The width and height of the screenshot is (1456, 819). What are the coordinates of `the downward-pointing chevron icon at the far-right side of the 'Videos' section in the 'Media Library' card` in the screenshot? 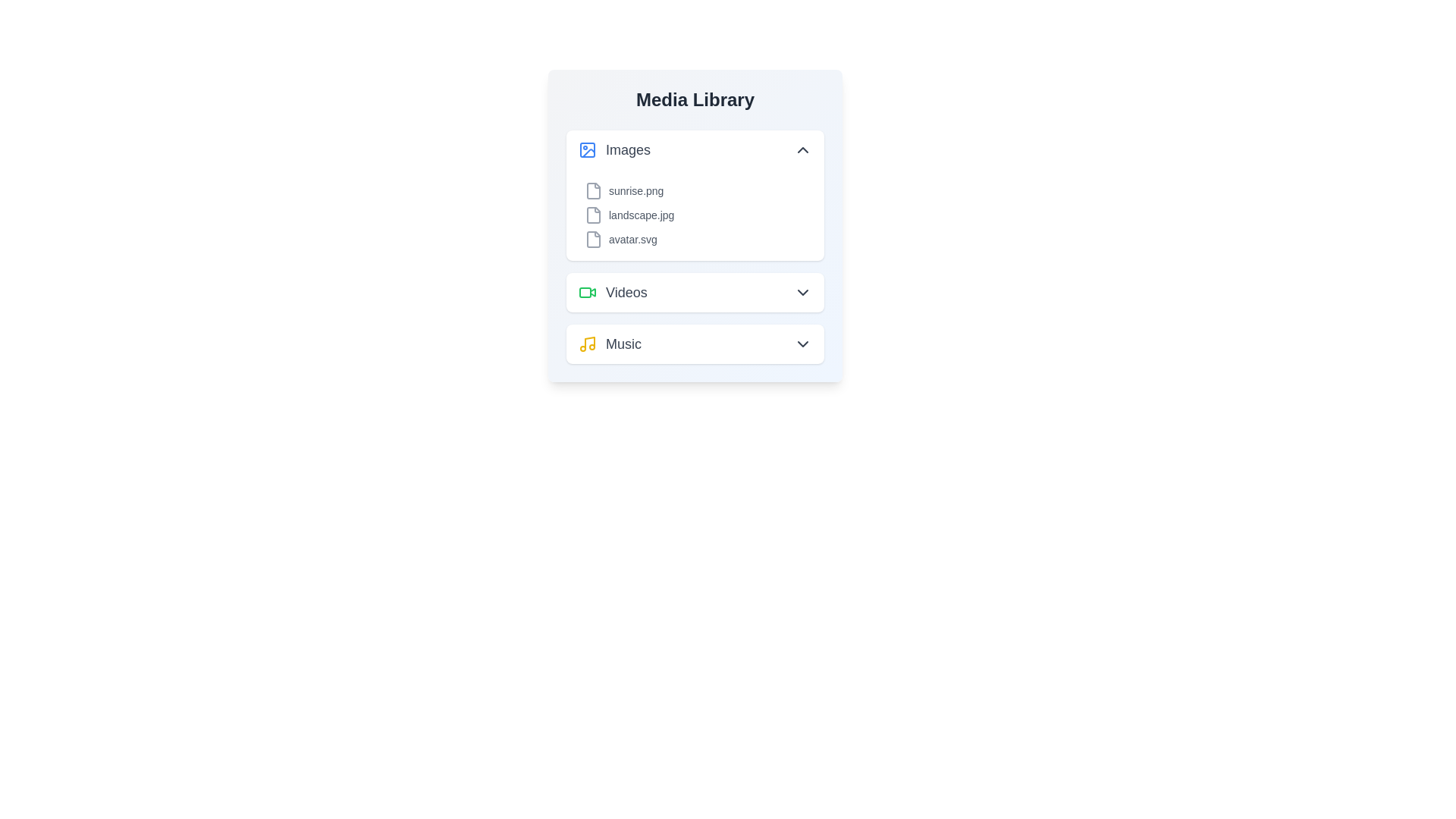 It's located at (802, 292).